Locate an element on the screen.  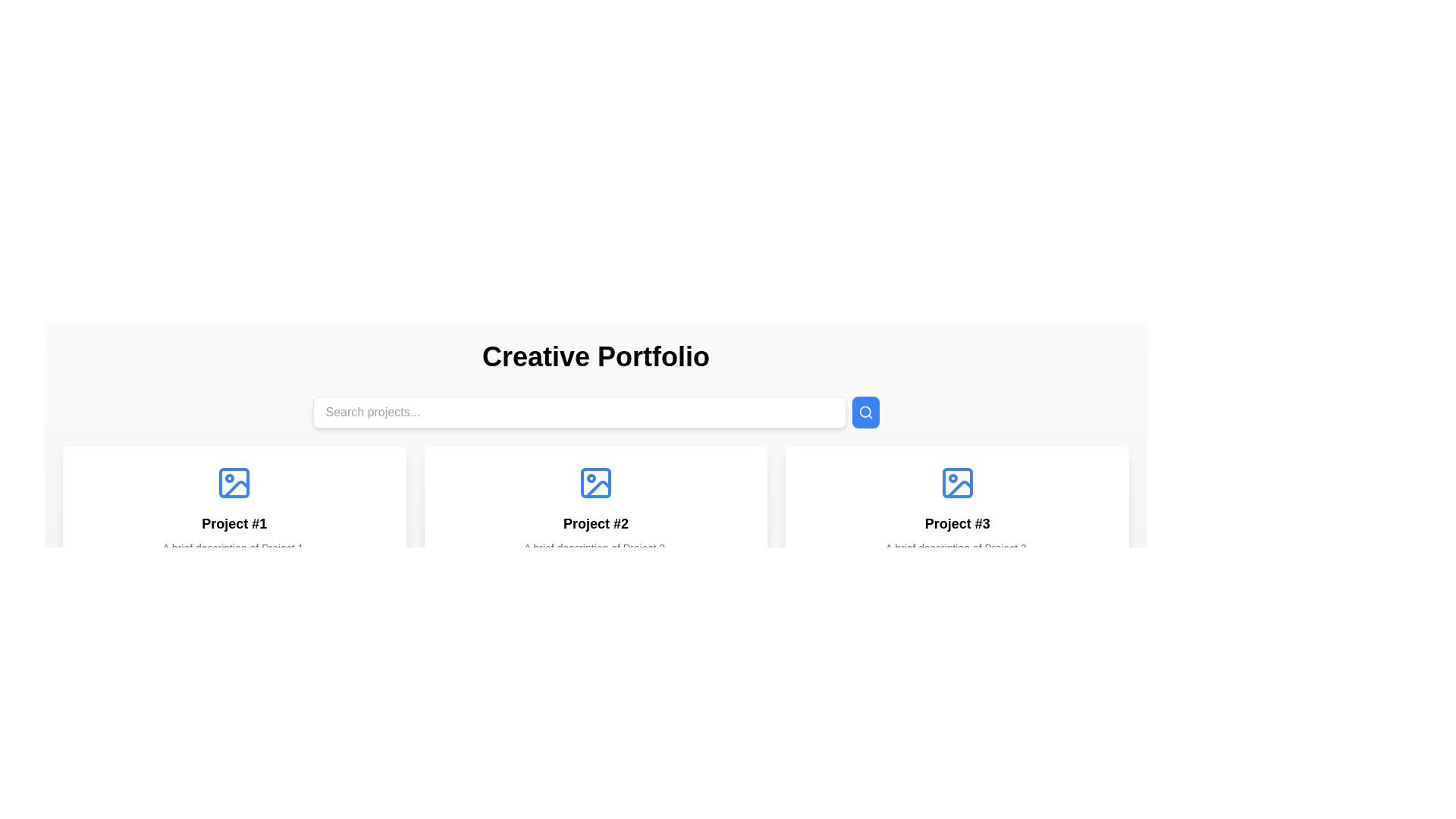
the text label 'Project #2' which is styled with a bold and larger font, located in the second position of a grid of project cards is located at coordinates (595, 522).